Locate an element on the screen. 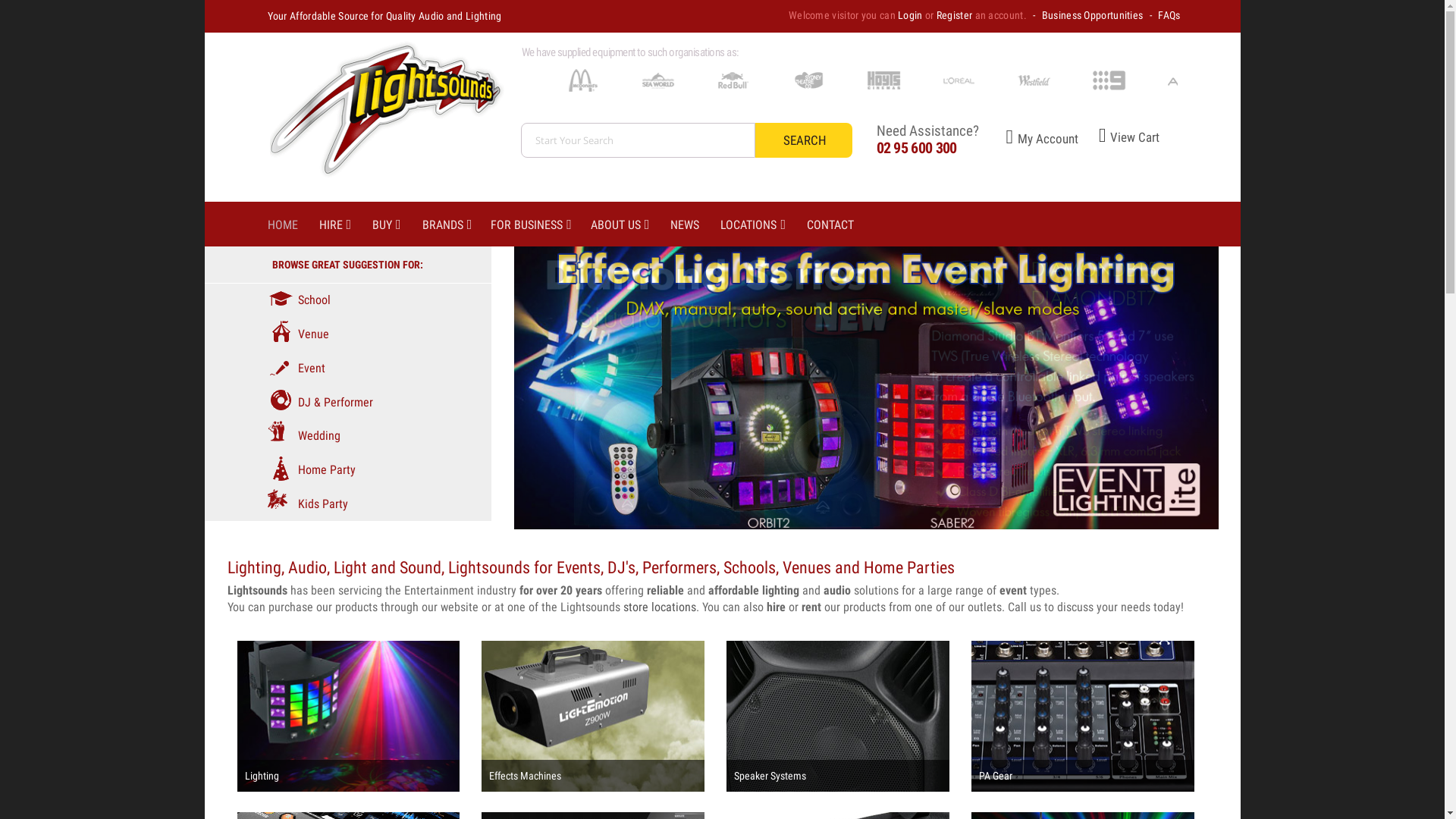  'Home Party' is located at coordinates (309, 469).